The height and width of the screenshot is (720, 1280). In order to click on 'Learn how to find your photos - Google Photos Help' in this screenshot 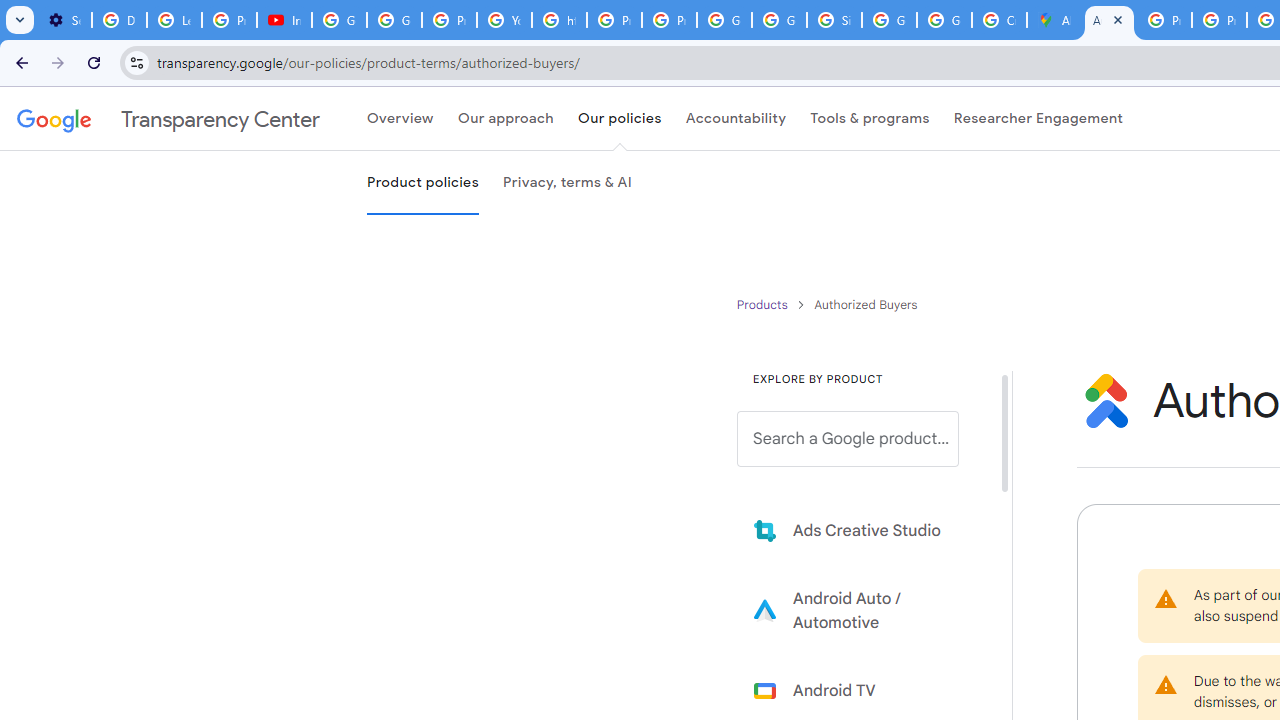, I will do `click(174, 20)`.